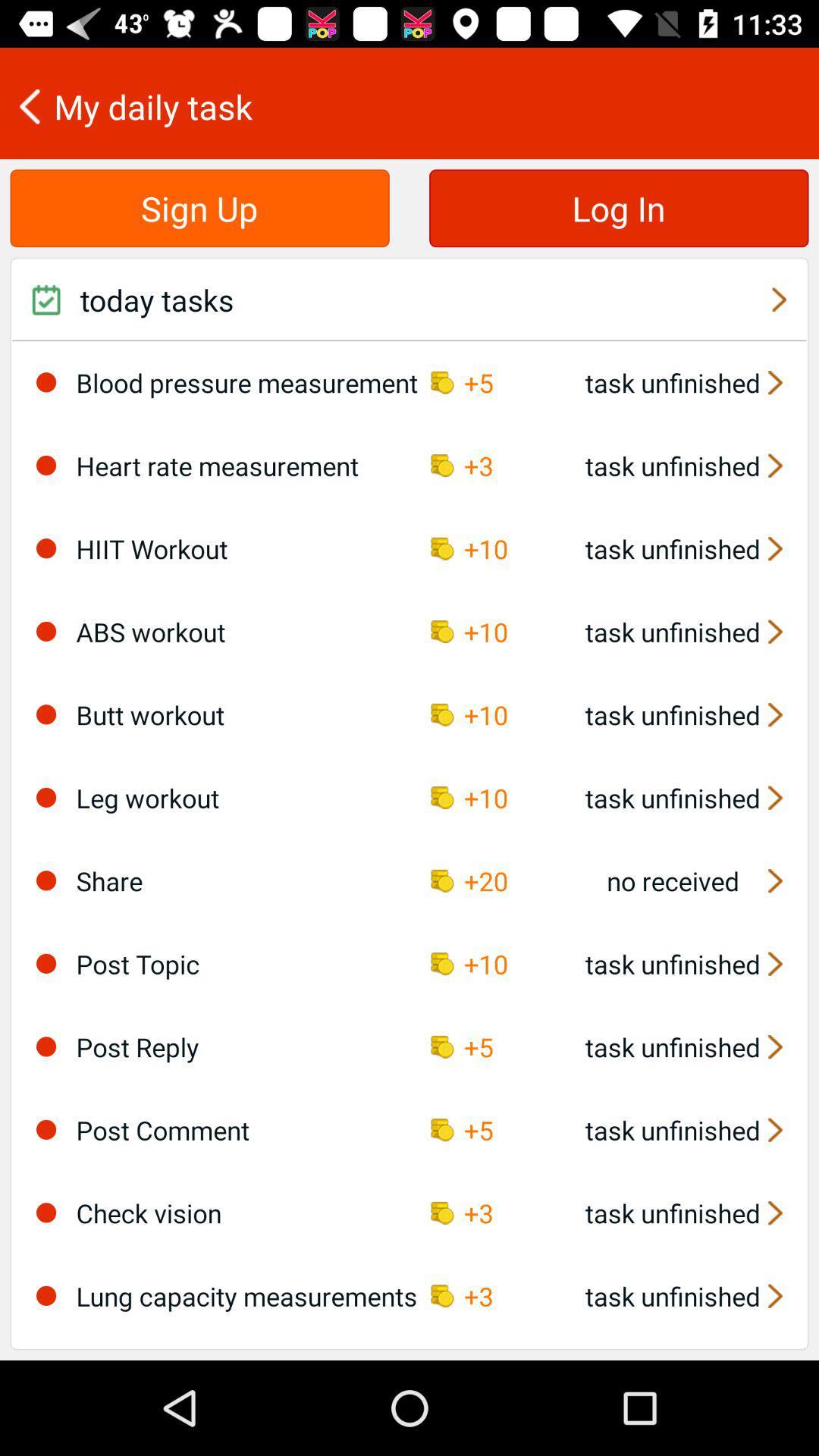 The width and height of the screenshot is (819, 1456). What do you see at coordinates (45, 714) in the screenshot?
I see `deselect workout` at bounding box center [45, 714].